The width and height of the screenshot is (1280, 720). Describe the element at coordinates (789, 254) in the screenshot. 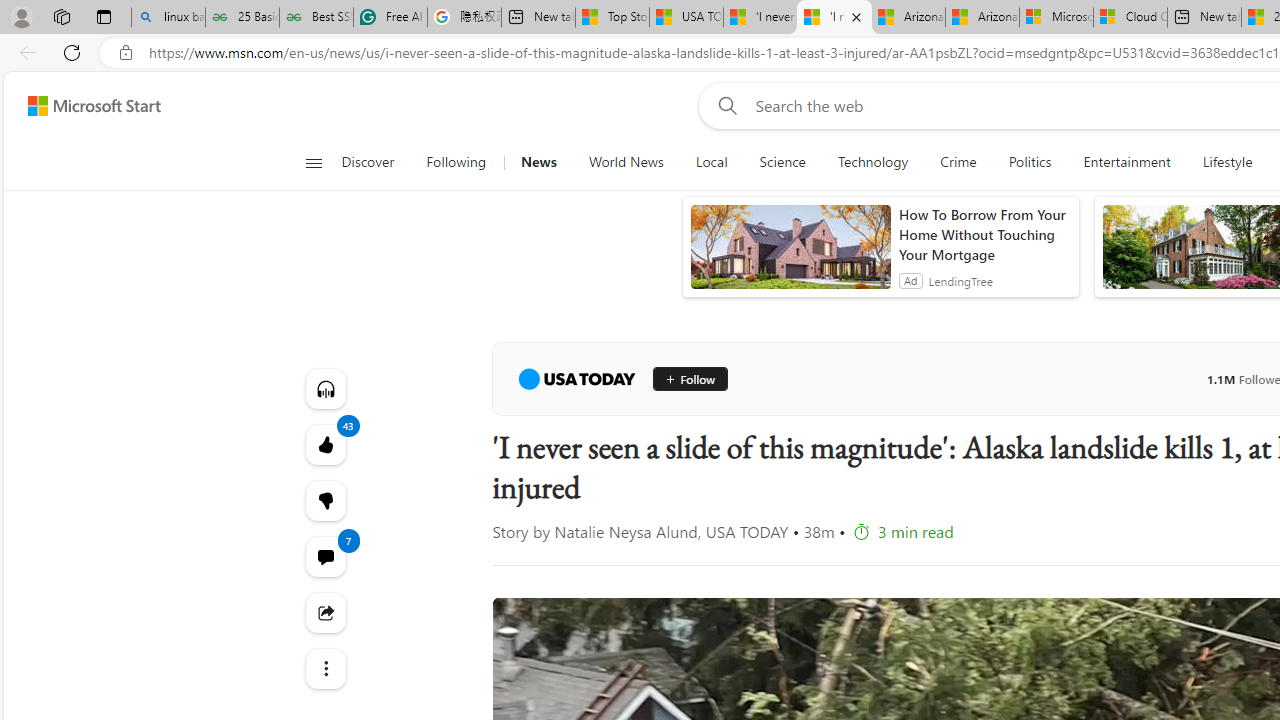

I see `'anim-content'` at that location.